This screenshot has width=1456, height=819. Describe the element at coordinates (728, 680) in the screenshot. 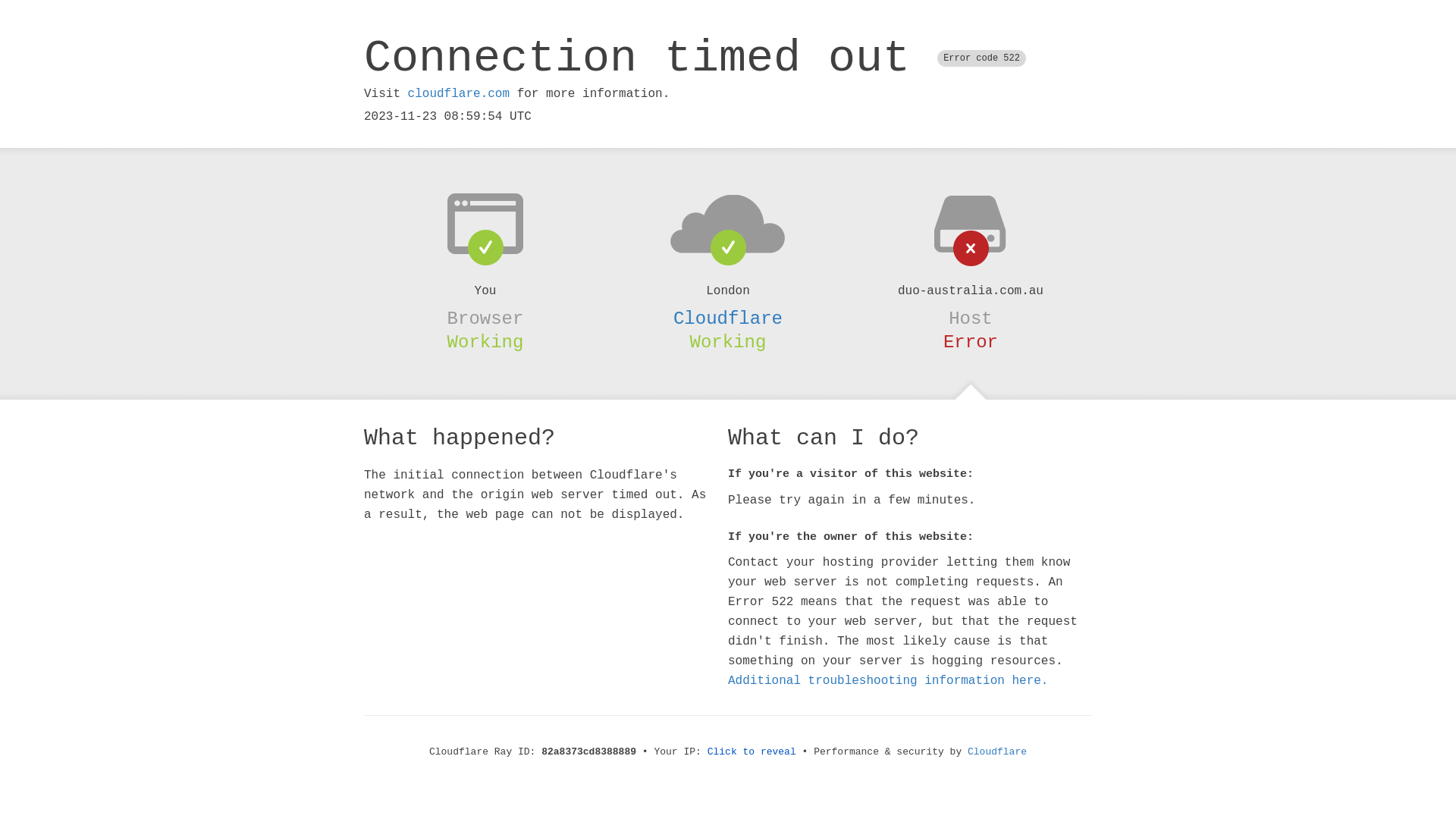

I see `'Additional troubleshooting information here.'` at that location.